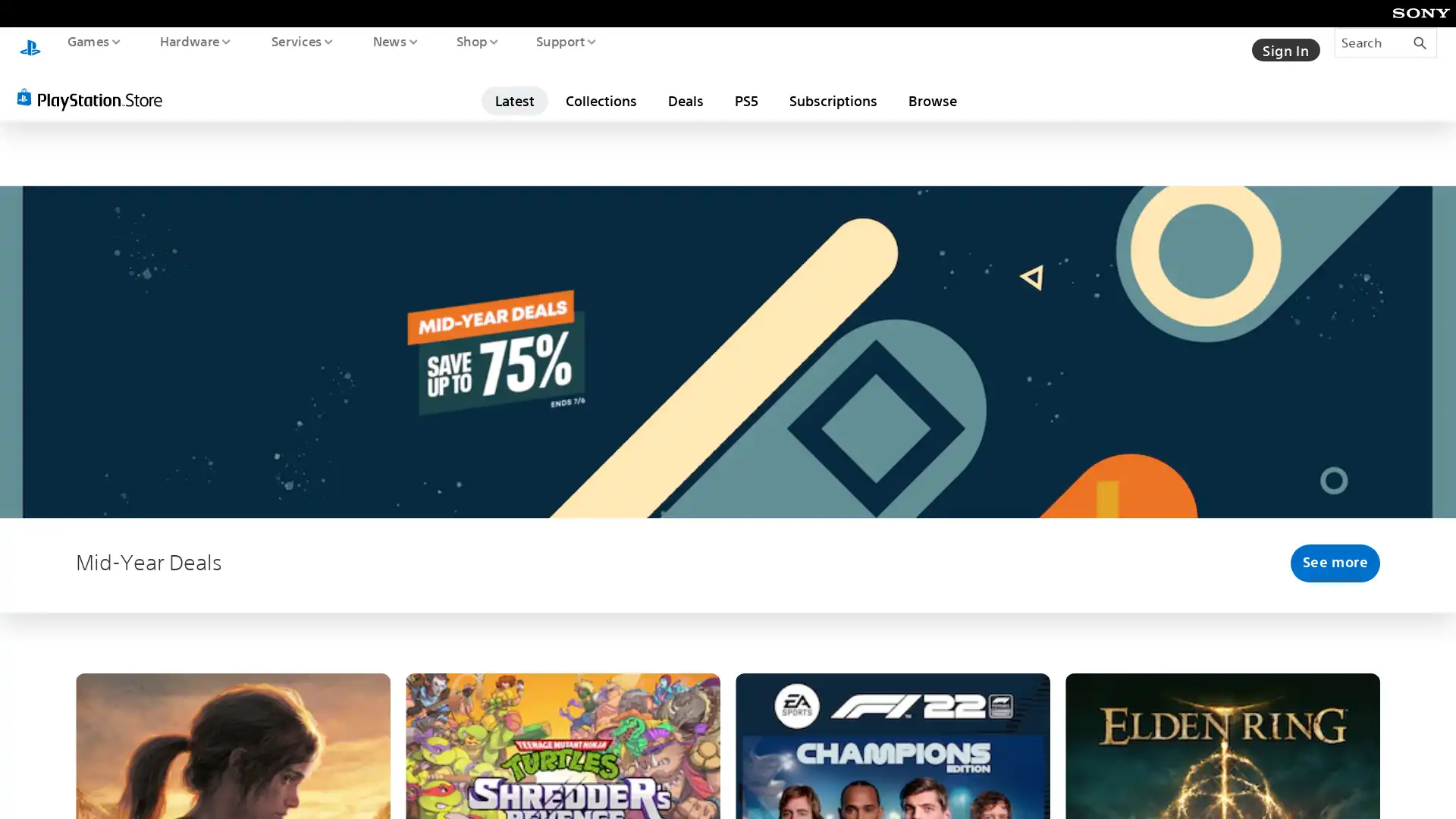 Image resolution: width=1456 pixels, height=819 pixels. Describe the element at coordinates (1385, 42) in the screenshot. I see `Search` at that location.